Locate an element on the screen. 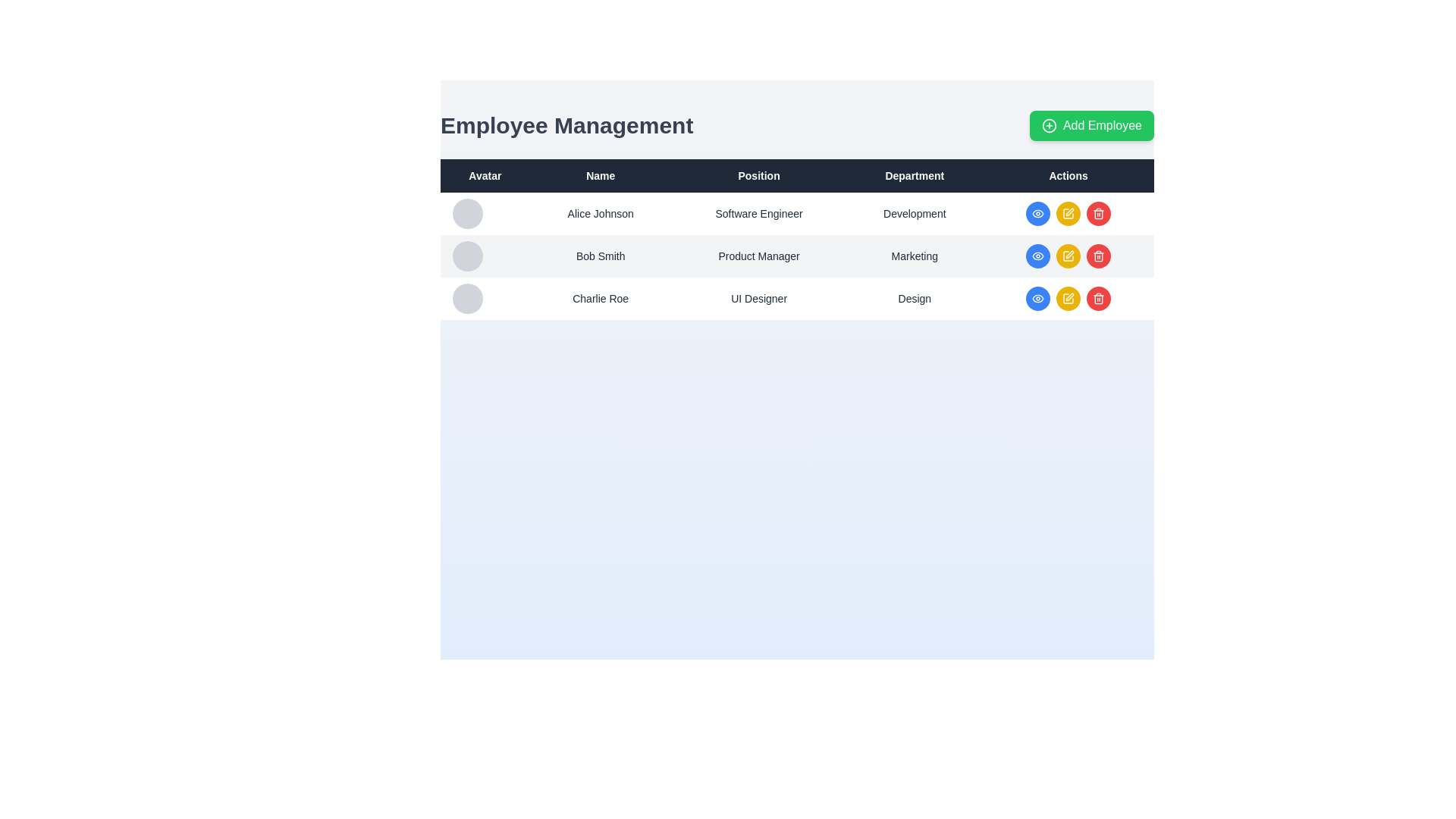 This screenshot has width=1456, height=819. the rows of the Data table displaying employee information is located at coordinates (796, 239).